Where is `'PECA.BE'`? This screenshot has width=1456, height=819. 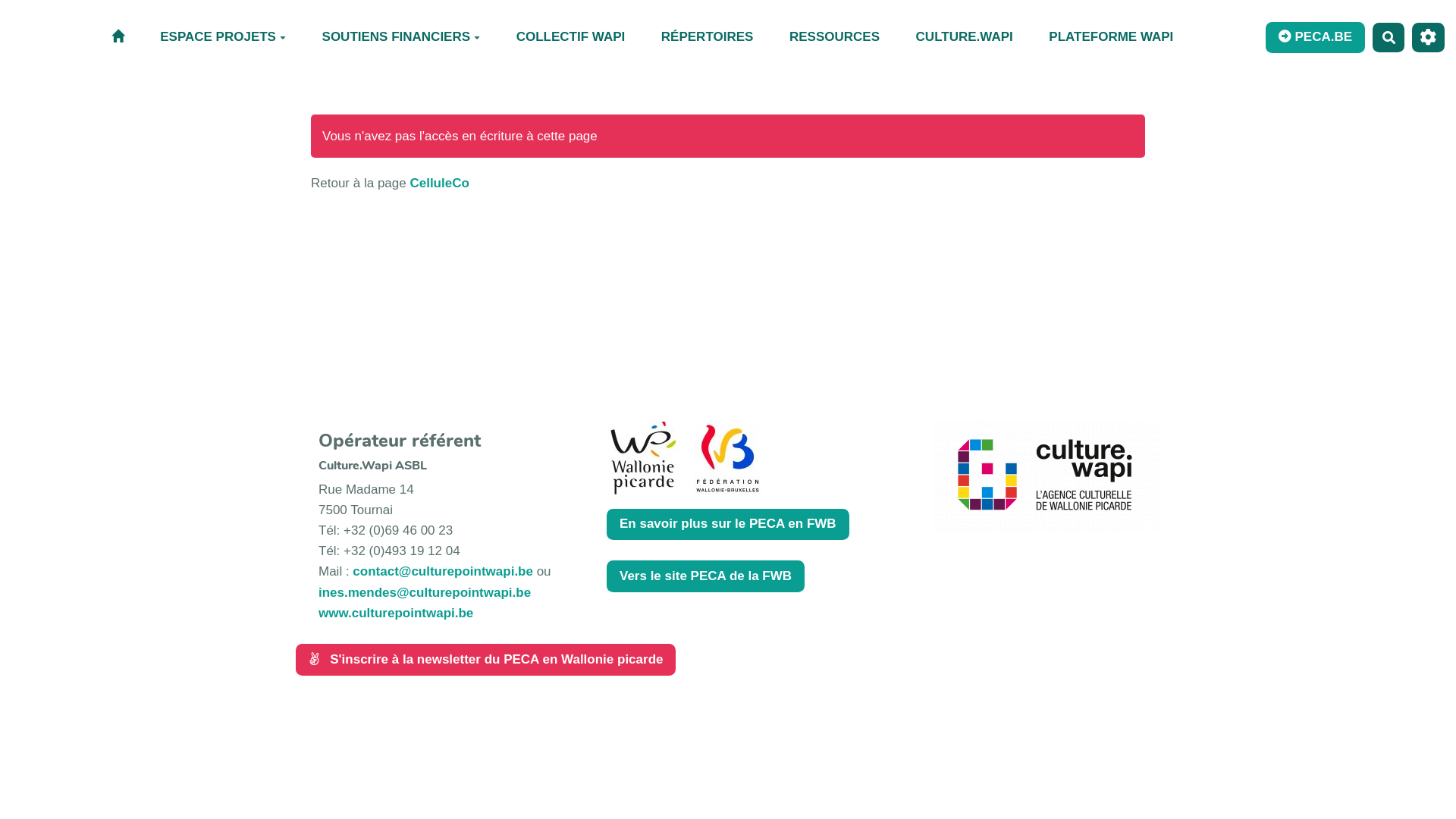
'PECA.BE' is located at coordinates (1314, 36).